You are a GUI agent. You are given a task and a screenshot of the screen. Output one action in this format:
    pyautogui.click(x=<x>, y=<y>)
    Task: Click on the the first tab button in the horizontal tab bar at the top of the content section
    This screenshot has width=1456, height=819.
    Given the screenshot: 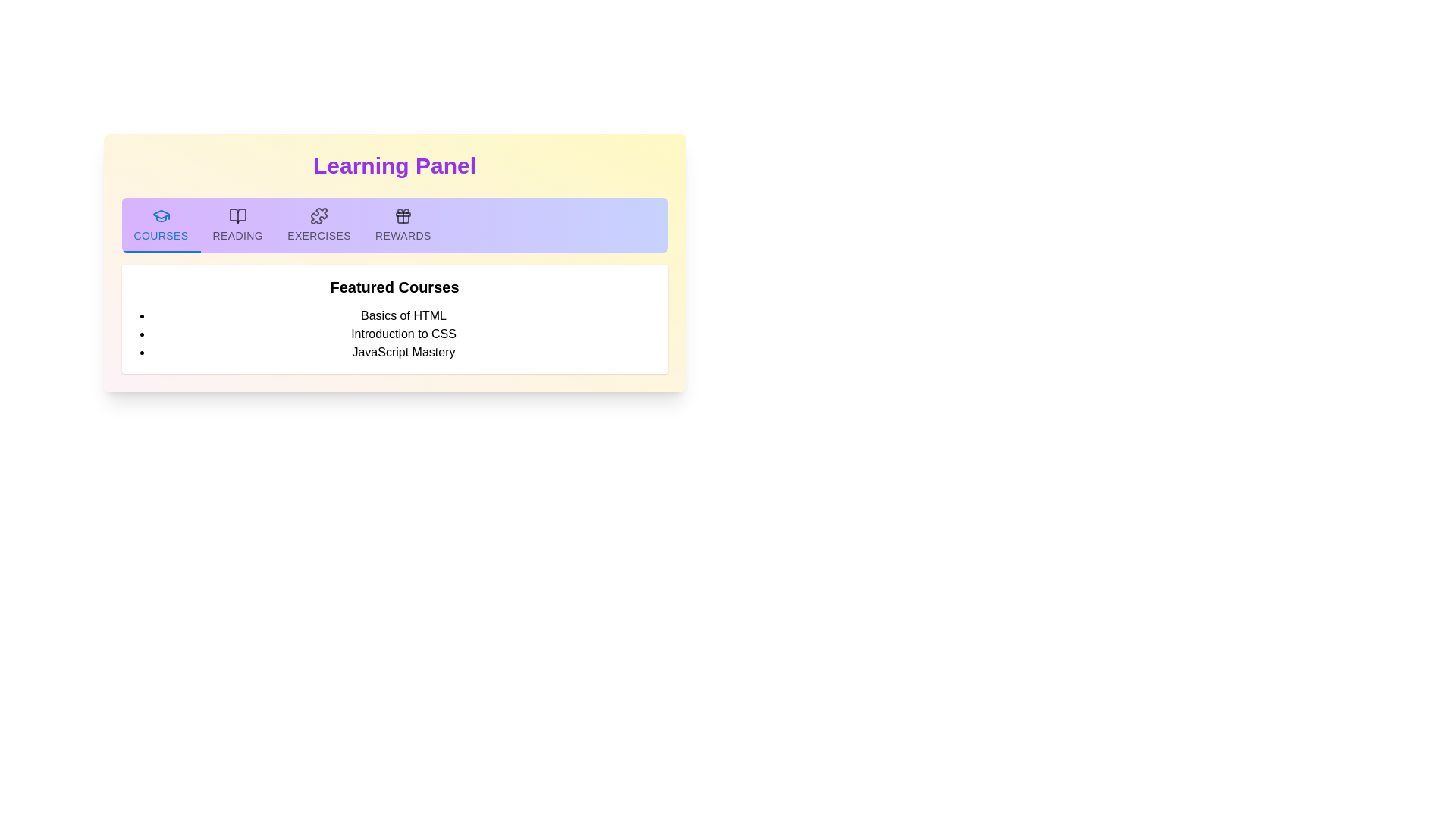 What is the action you would take?
    pyautogui.click(x=161, y=225)
    